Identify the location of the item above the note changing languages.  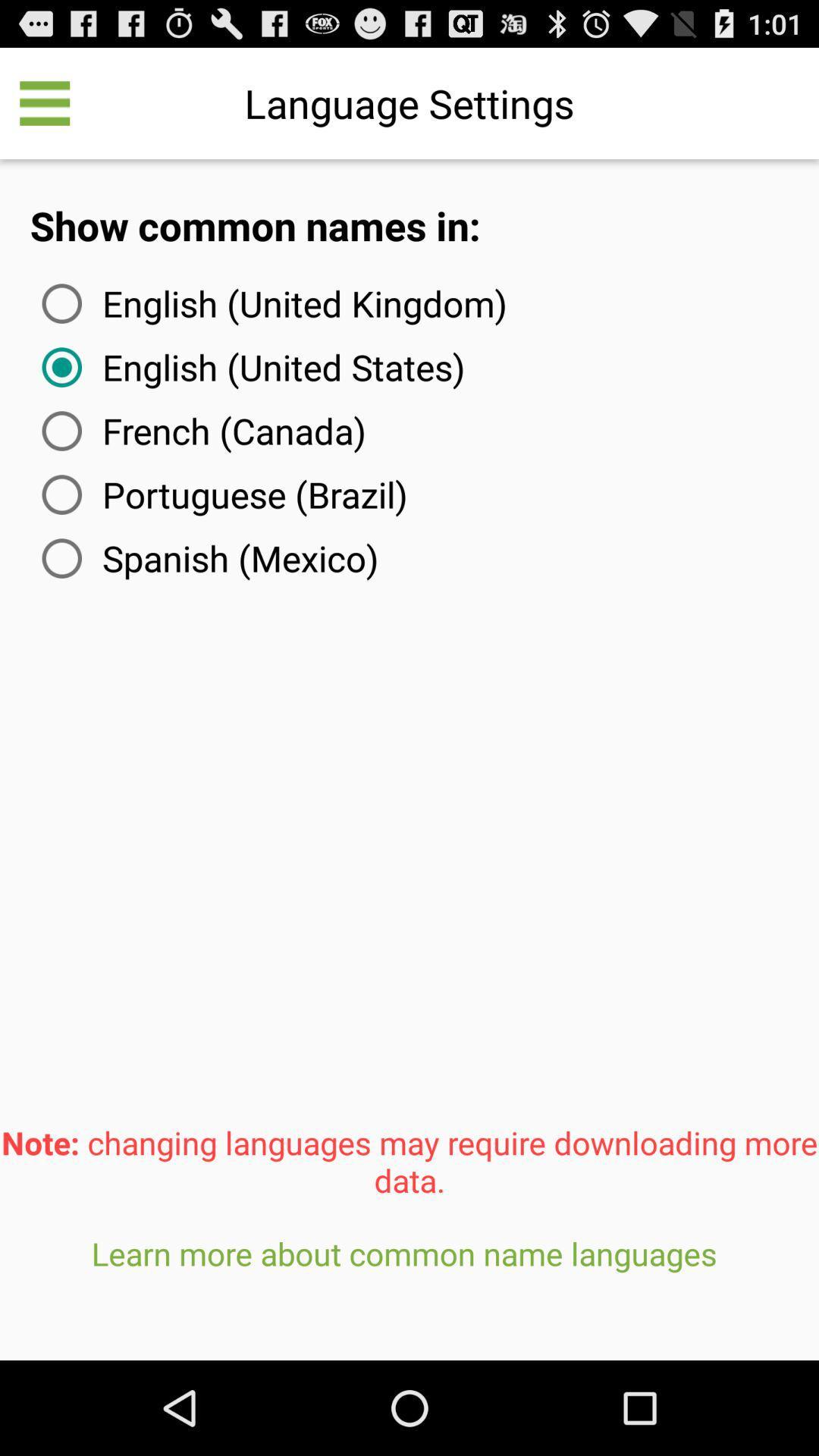
(207, 557).